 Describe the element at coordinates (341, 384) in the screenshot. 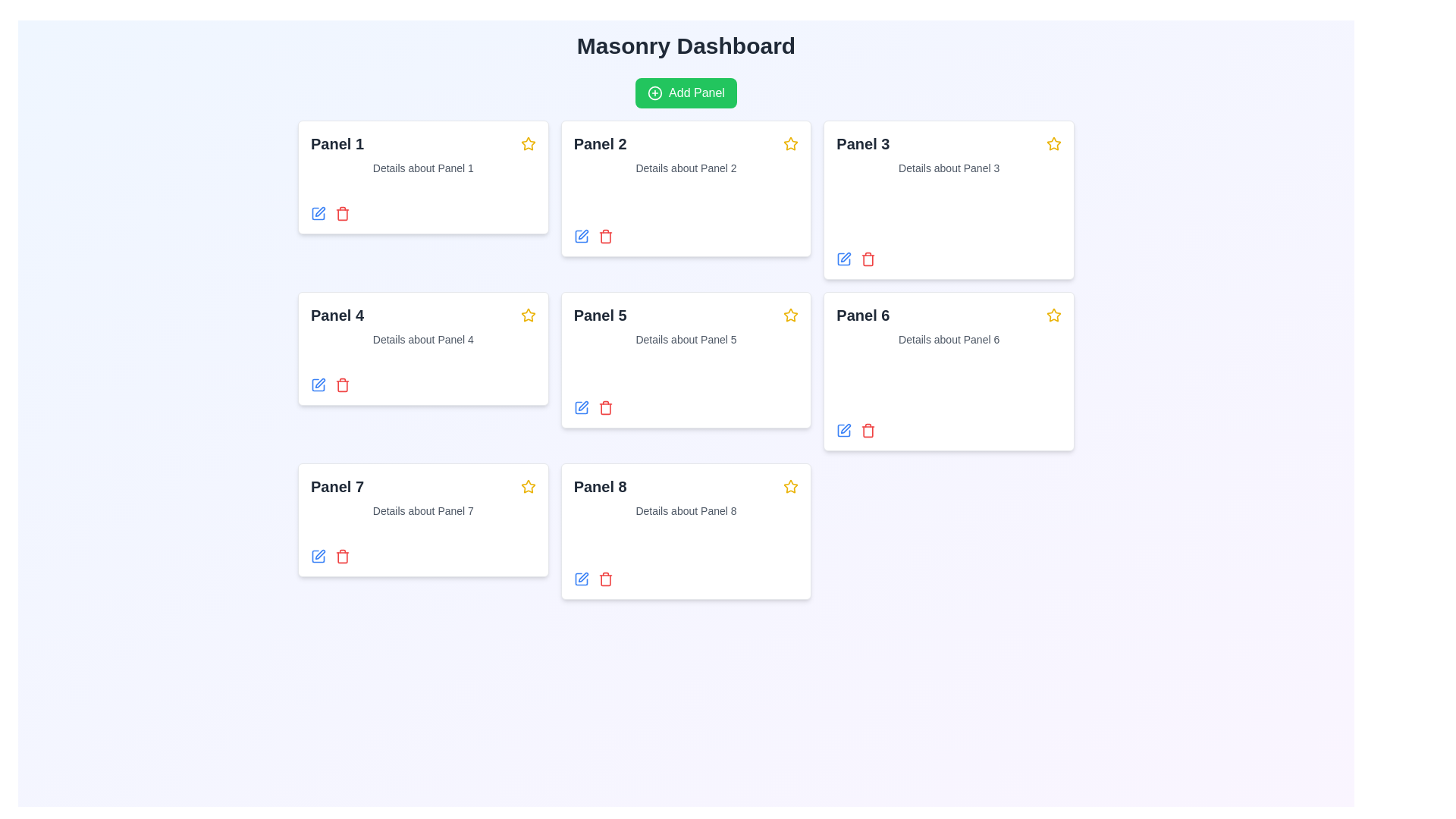

I see `the red trash icon button located in 'Panel 4'` at that location.